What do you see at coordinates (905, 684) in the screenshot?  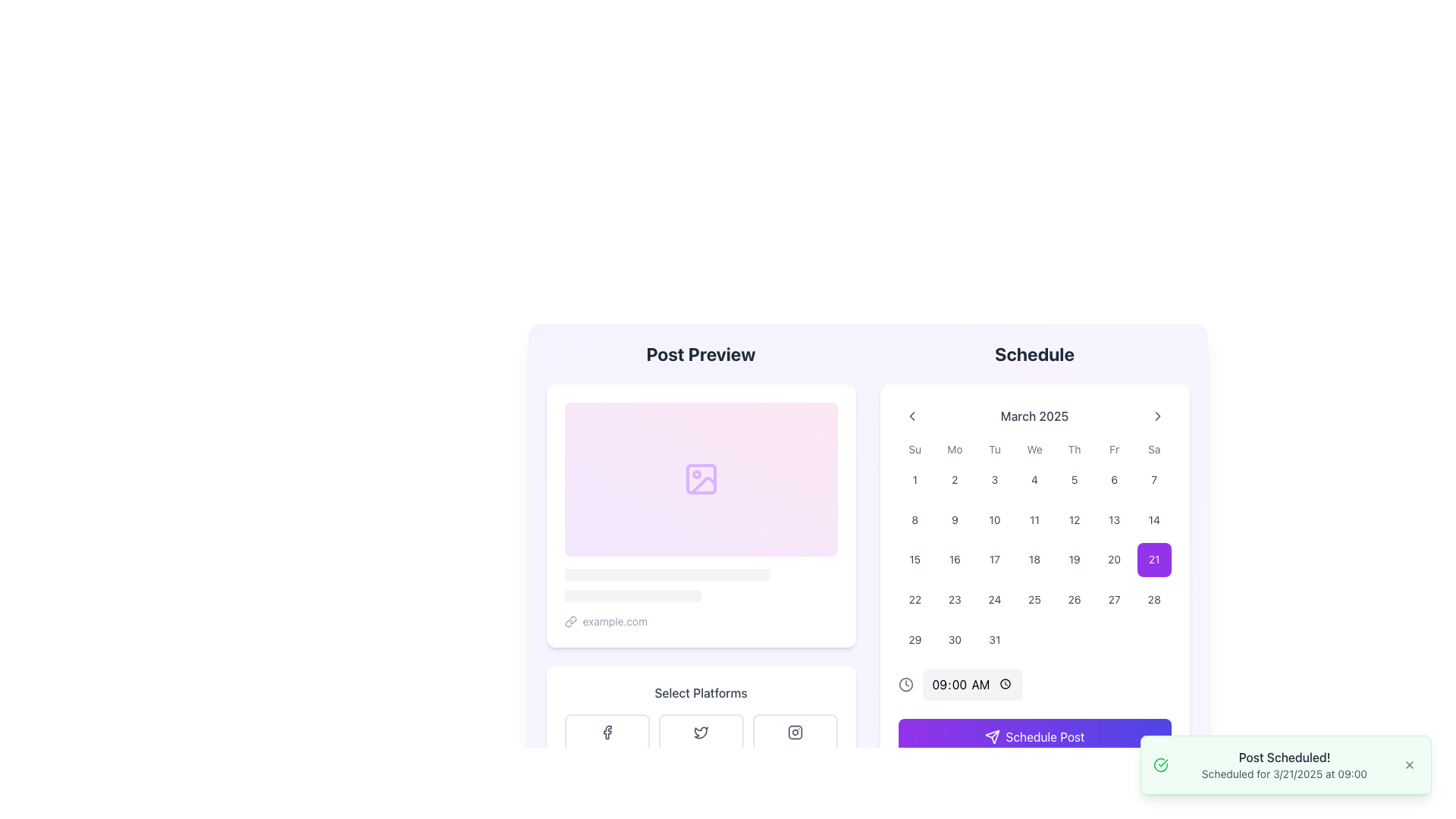 I see `the clock icon with a circular outline and stylized clock hands, which is located to the left of the time selection input box showing '09:00 AM'` at bounding box center [905, 684].